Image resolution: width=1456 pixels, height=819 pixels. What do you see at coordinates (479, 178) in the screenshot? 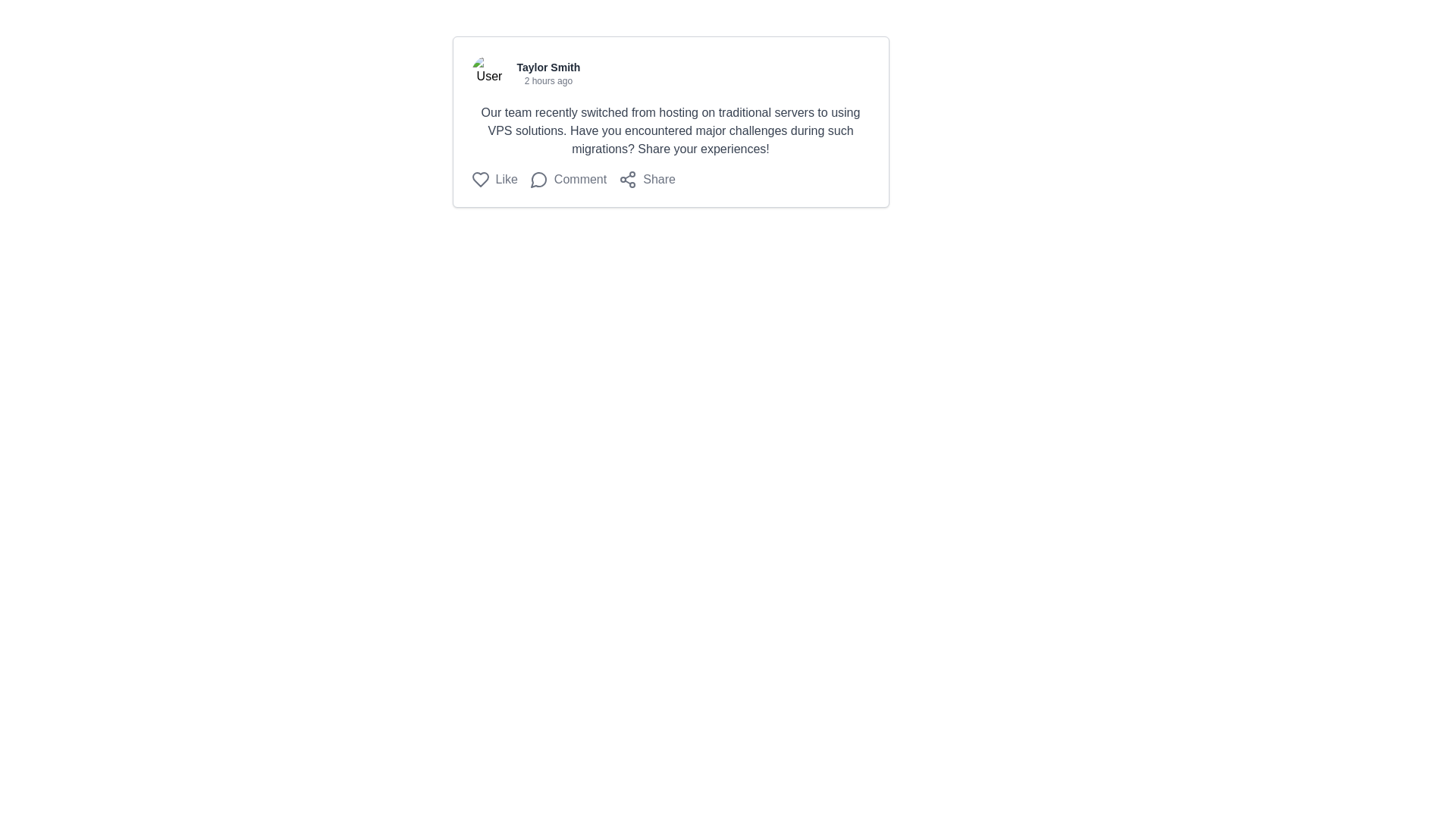
I see `the 'like' icon that represents appreciation or approval for the associated content, which is centrally aligned in a horizontal row under the post, to the left of the text 'Like'` at bounding box center [479, 178].